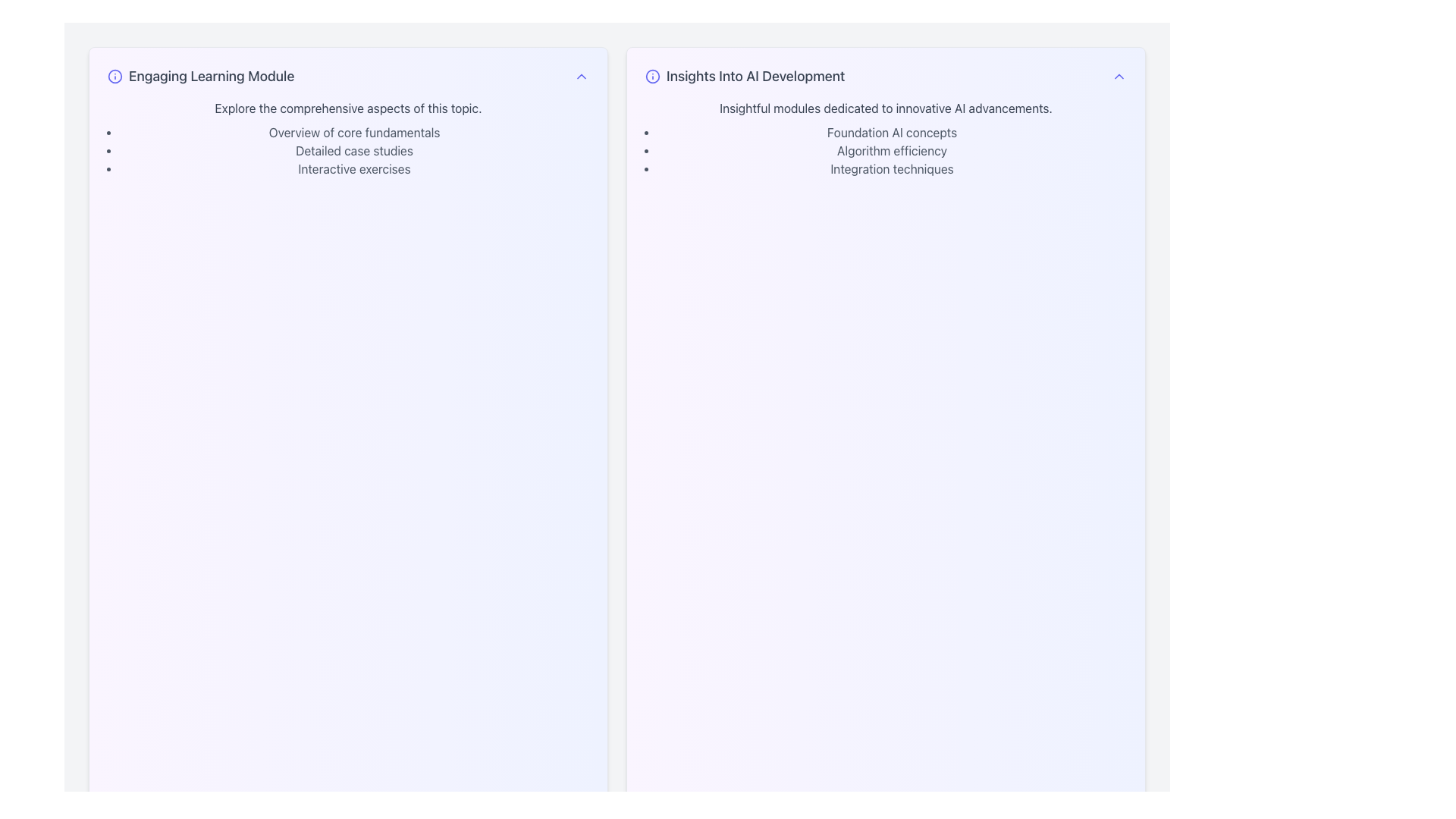 This screenshot has height=819, width=1456. Describe the element at coordinates (892, 131) in the screenshot. I see `descriptive bullet point text outlining a concept related to AI, which is the first item in the list within the 'Insights Into AI Development' panel` at that location.